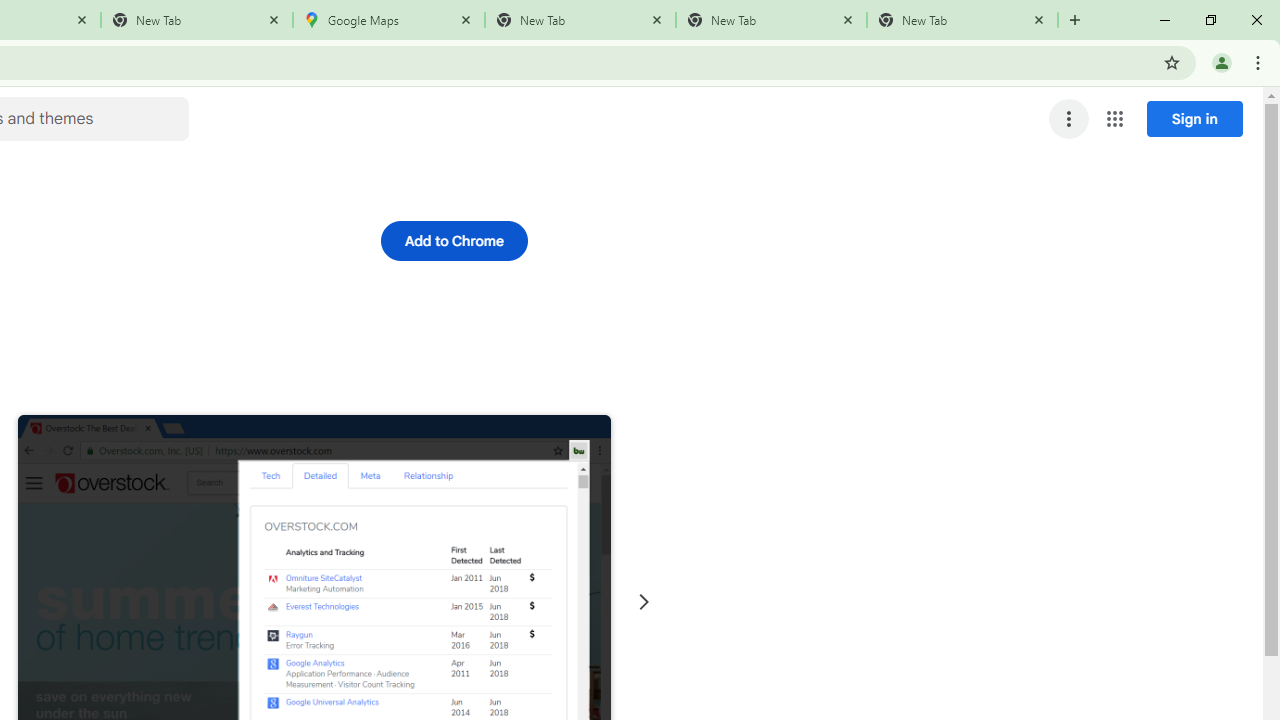  Describe the element at coordinates (962, 20) in the screenshot. I see `'New Tab'` at that location.